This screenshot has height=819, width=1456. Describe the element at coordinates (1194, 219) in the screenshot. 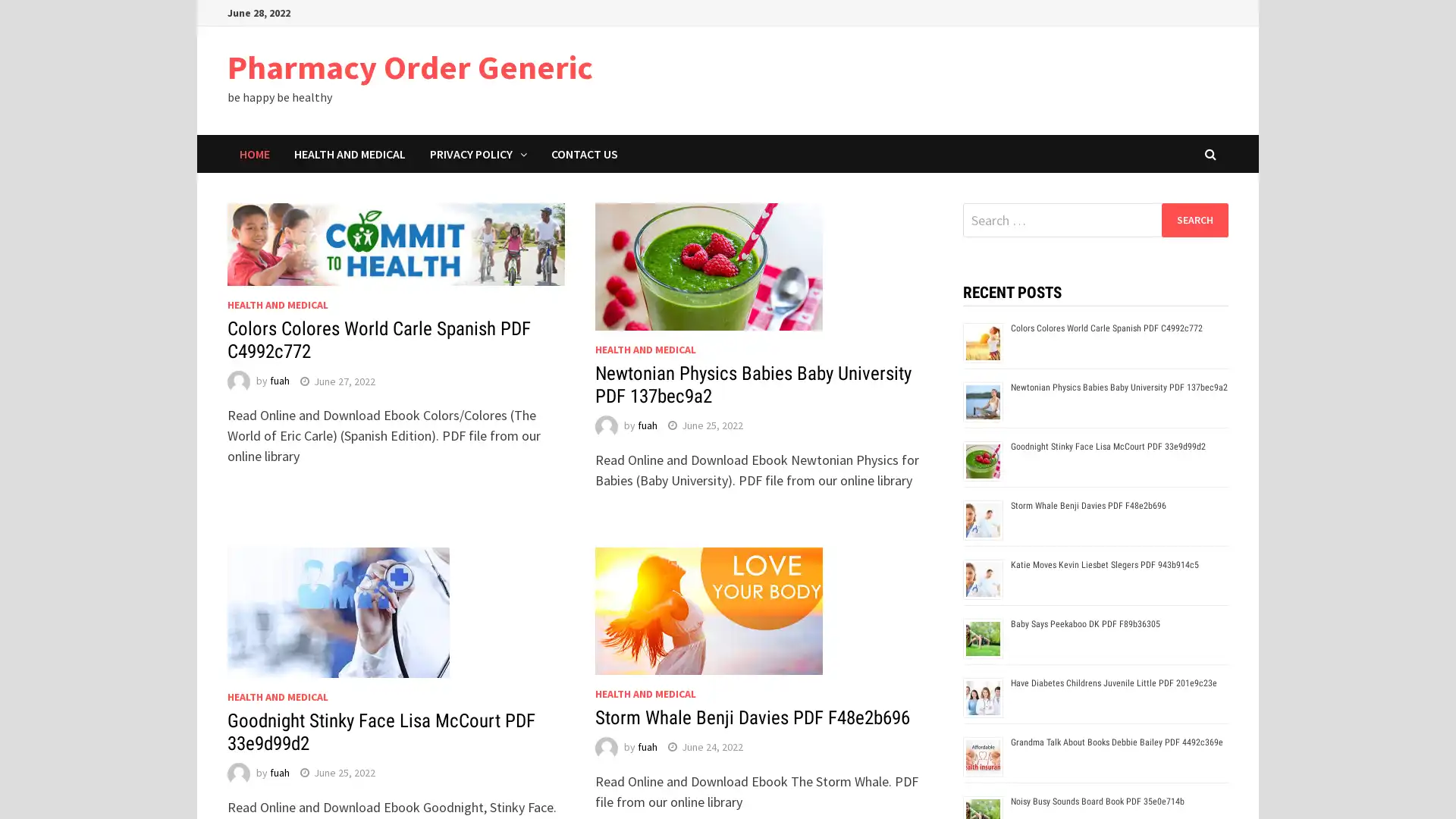

I see `Search` at that location.